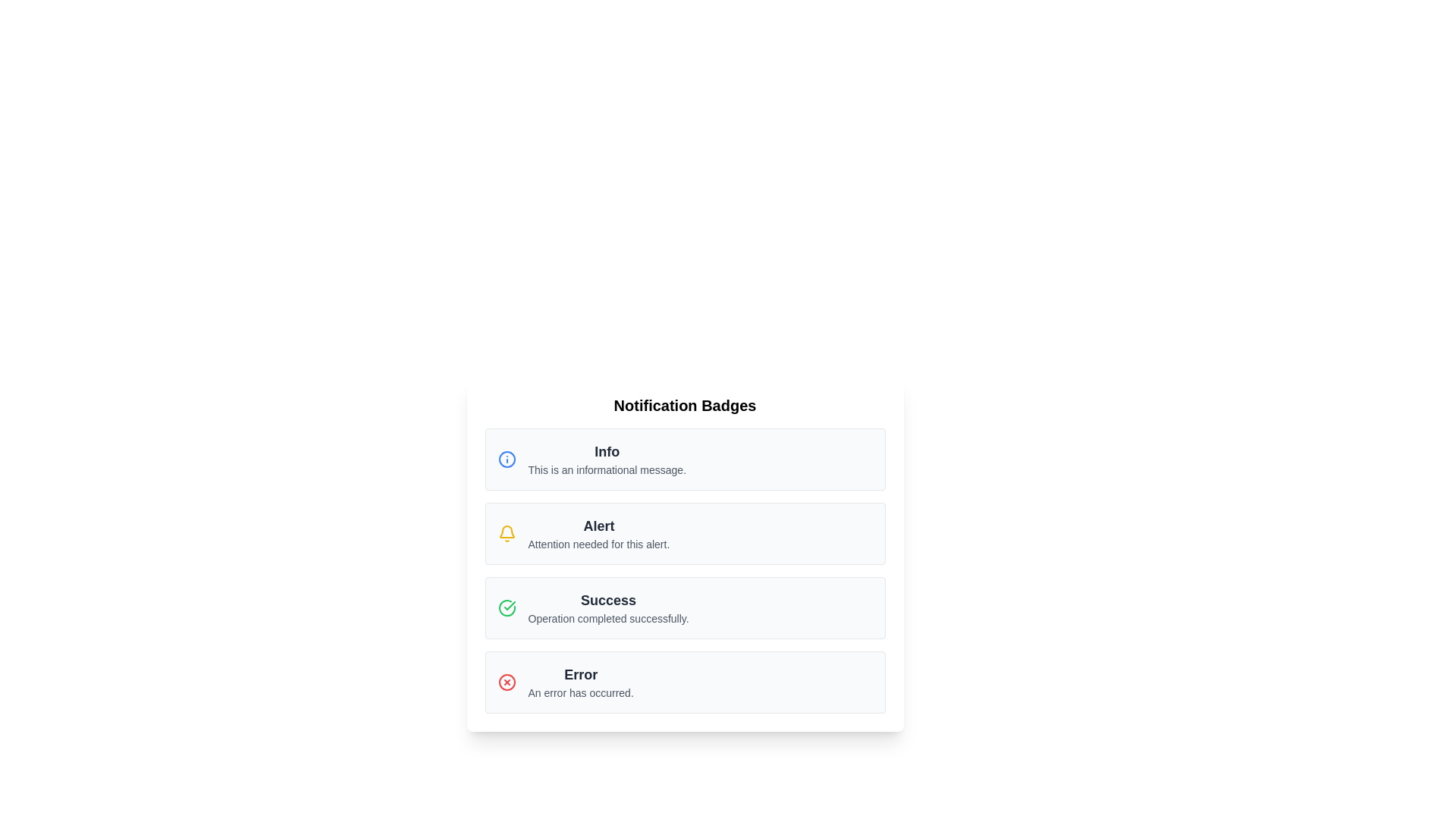 The image size is (1456, 819). What do you see at coordinates (684, 405) in the screenshot?
I see `text header labeled 'Notification Badges', which is displayed in a bold, large font at the top of the list section` at bounding box center [684, 405].